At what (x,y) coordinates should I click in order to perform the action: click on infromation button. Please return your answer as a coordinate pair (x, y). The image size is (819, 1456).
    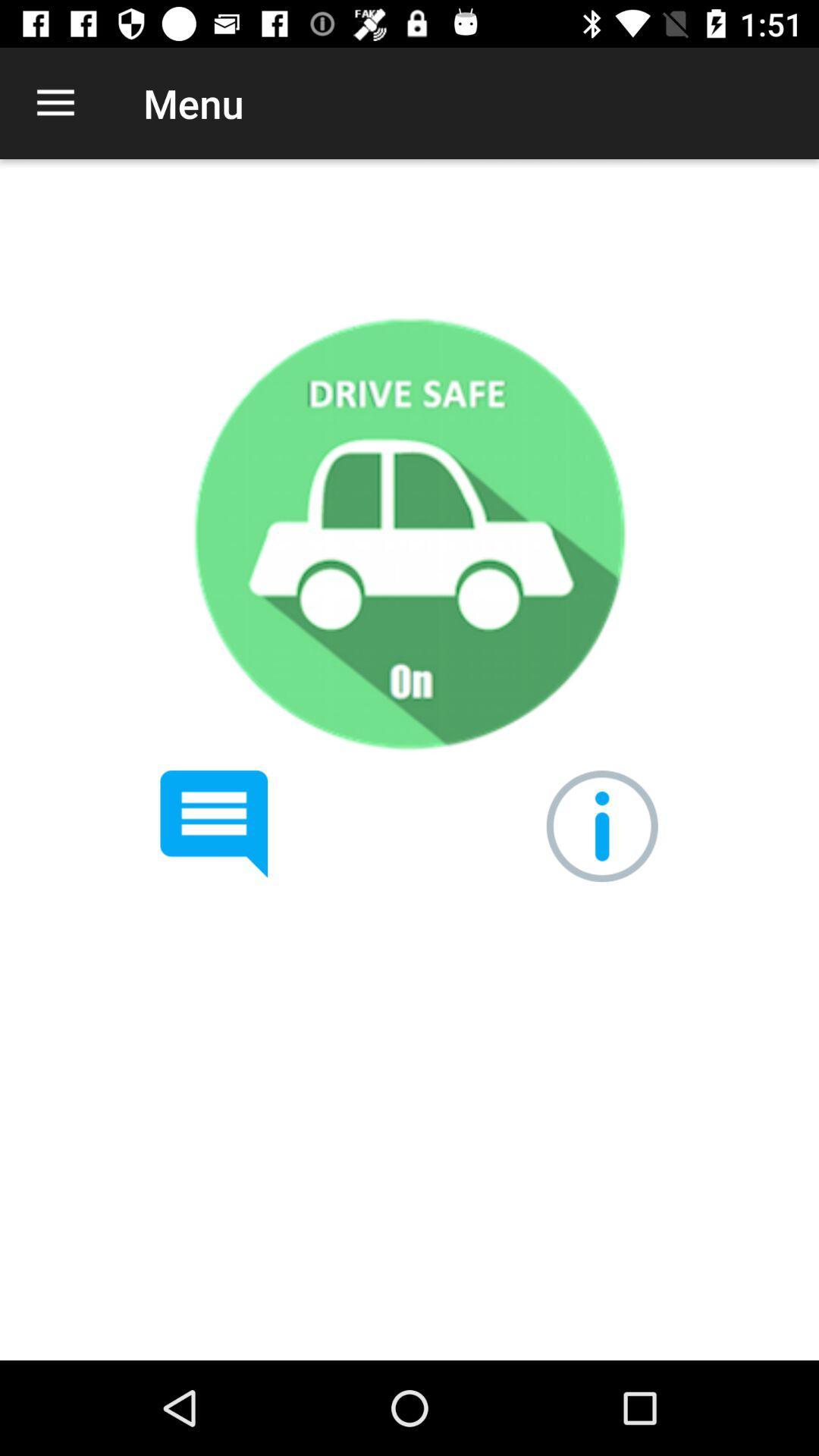
    Looking at the image, I should click on (601, 825).